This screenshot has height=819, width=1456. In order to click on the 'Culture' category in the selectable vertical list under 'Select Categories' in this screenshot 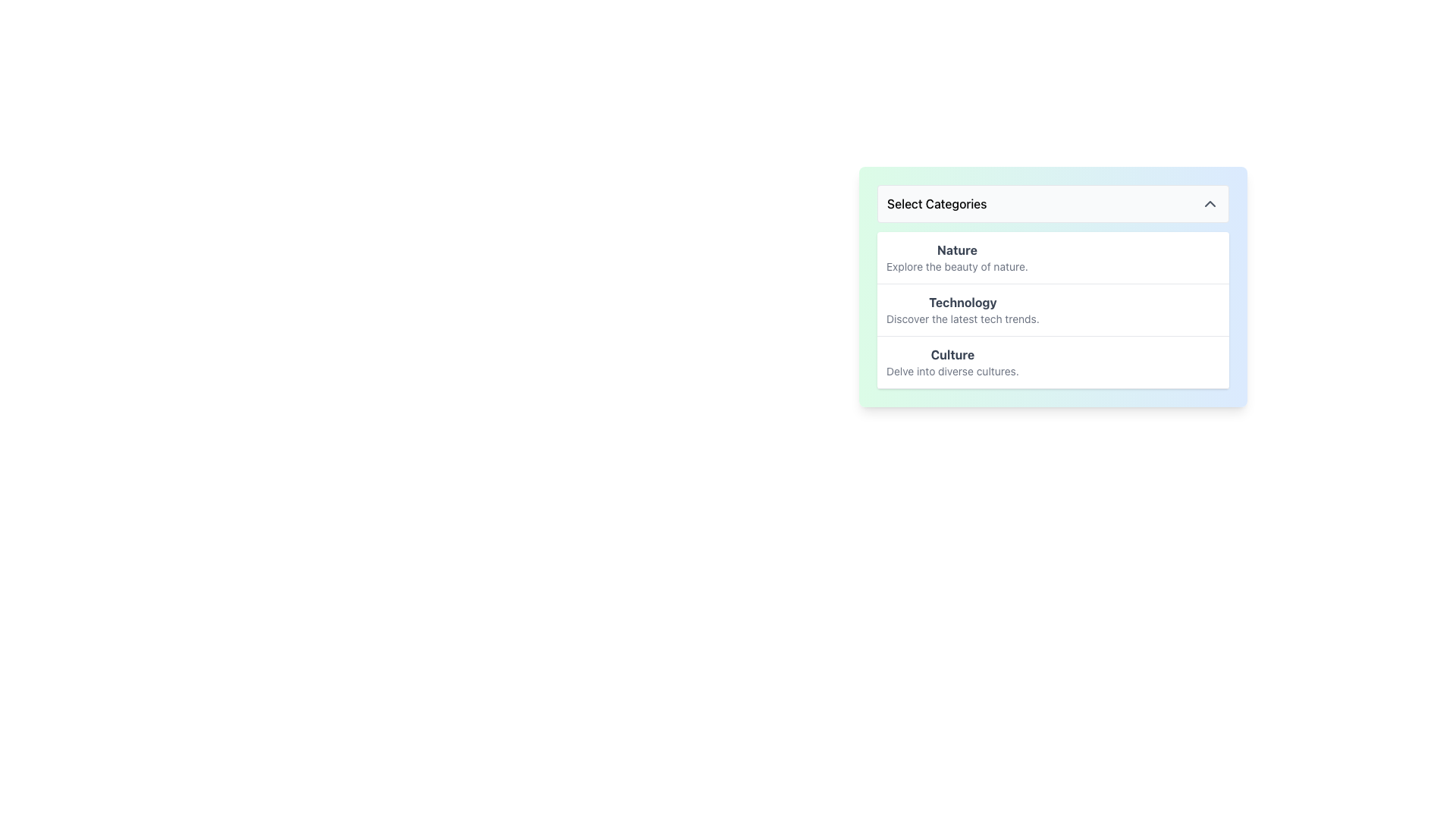, I will do `click(952, 362)`.